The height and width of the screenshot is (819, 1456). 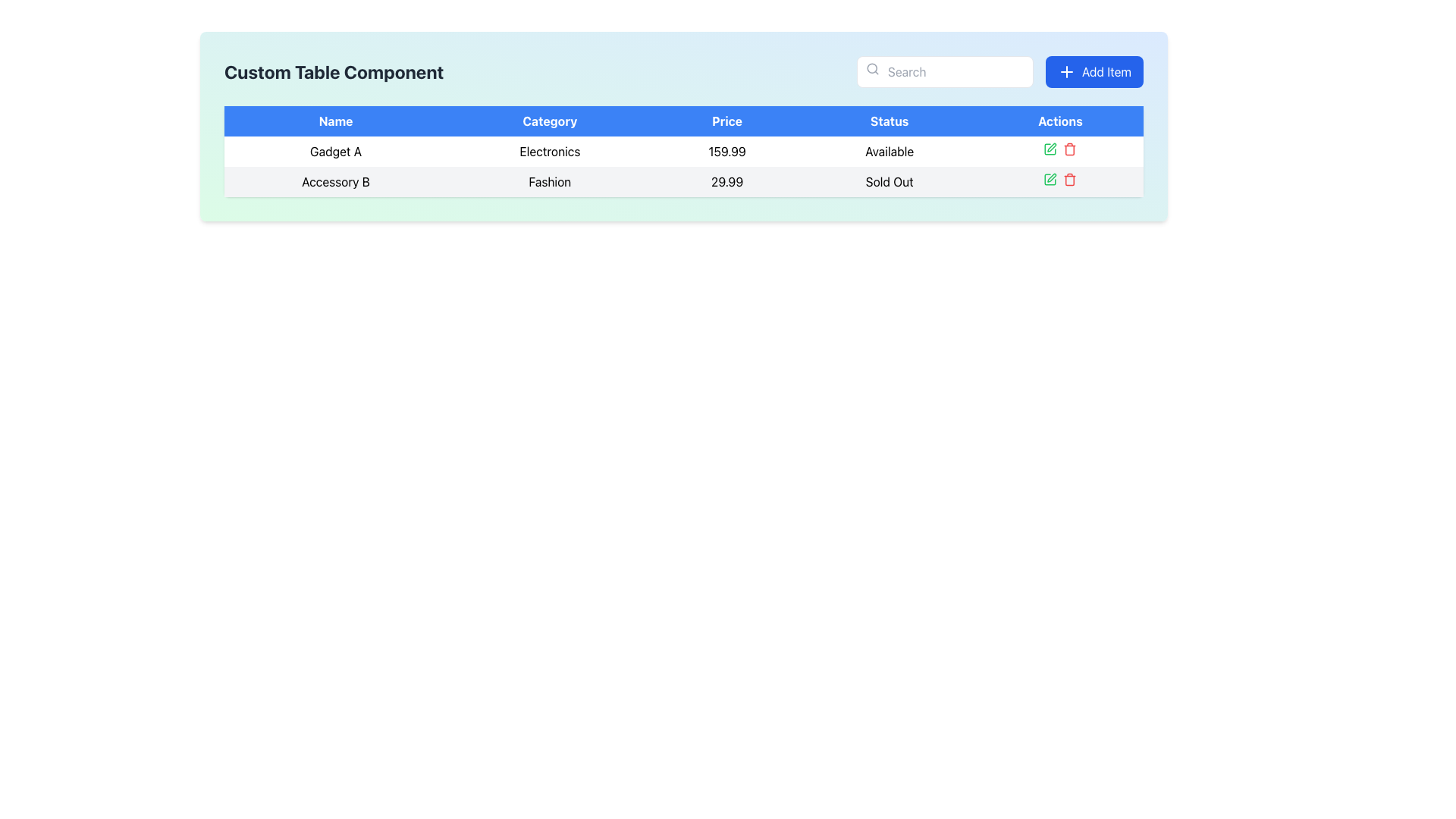 What do you see at coordinates (1051, 146) in the screenshot?
I see `the edit icon button, which resembles a pen and is located in the Actions column of the second row of the table, to initiate the editing interface` at bounding box center [1051, 146].